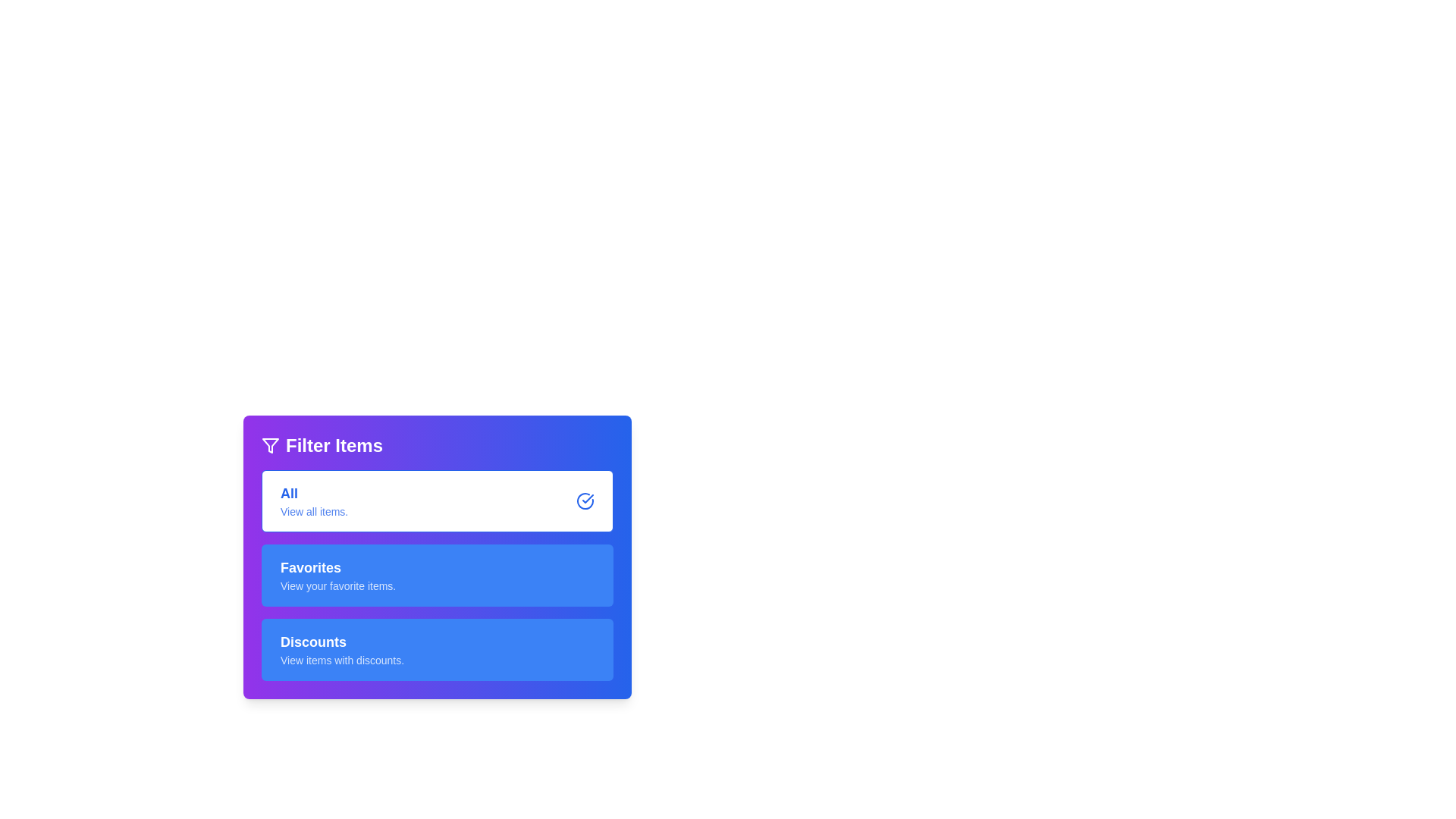 The width and height of the screenshot is (1456, 819). I want to click on the 'Discounts' text label, which is styled in bold white font on a blue background and located under the 'Filter Items' header, positioned as the third item in a vertical list, so click(341, 642).